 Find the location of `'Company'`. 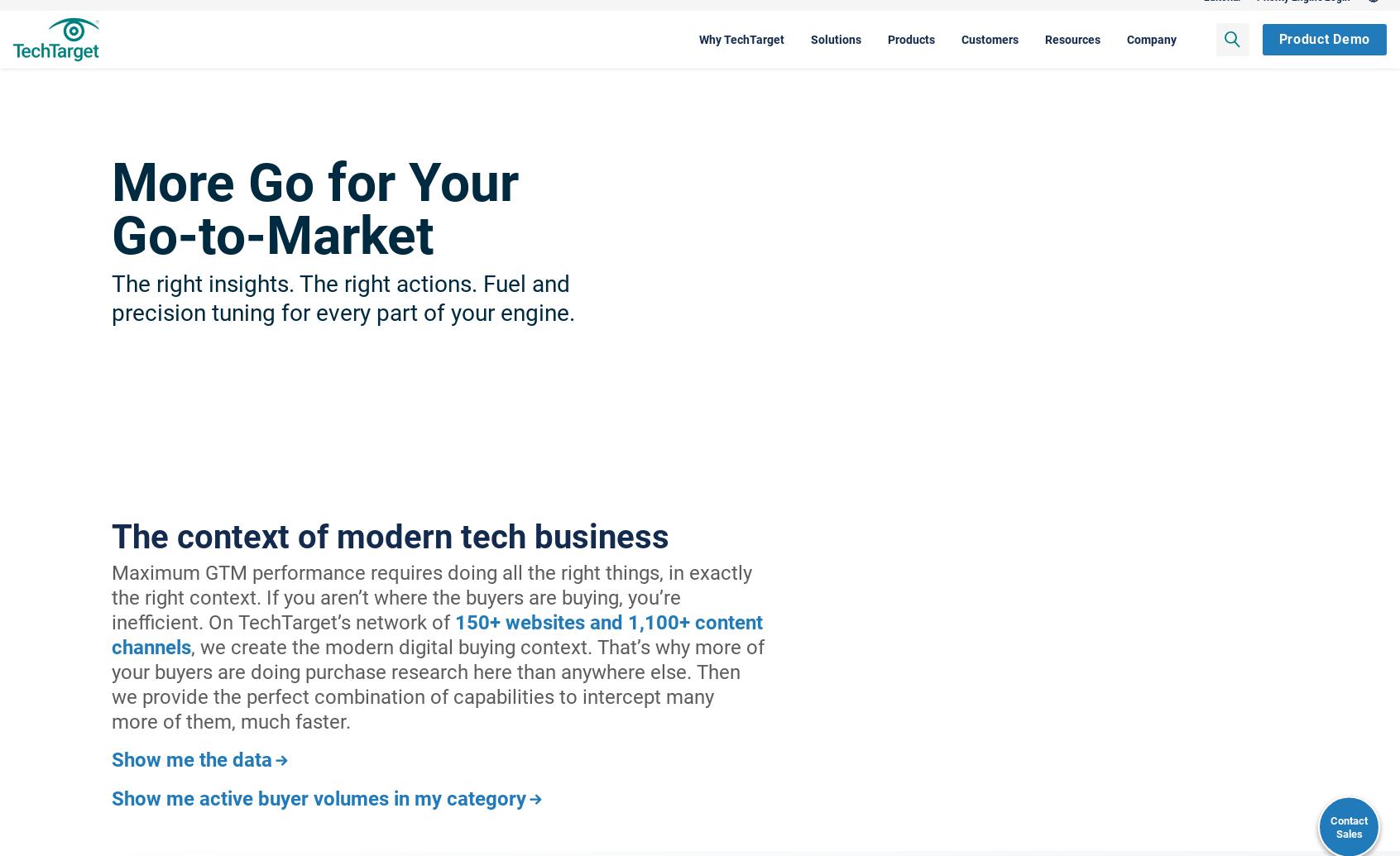

'Company' is located at coordinates (1052, 55).